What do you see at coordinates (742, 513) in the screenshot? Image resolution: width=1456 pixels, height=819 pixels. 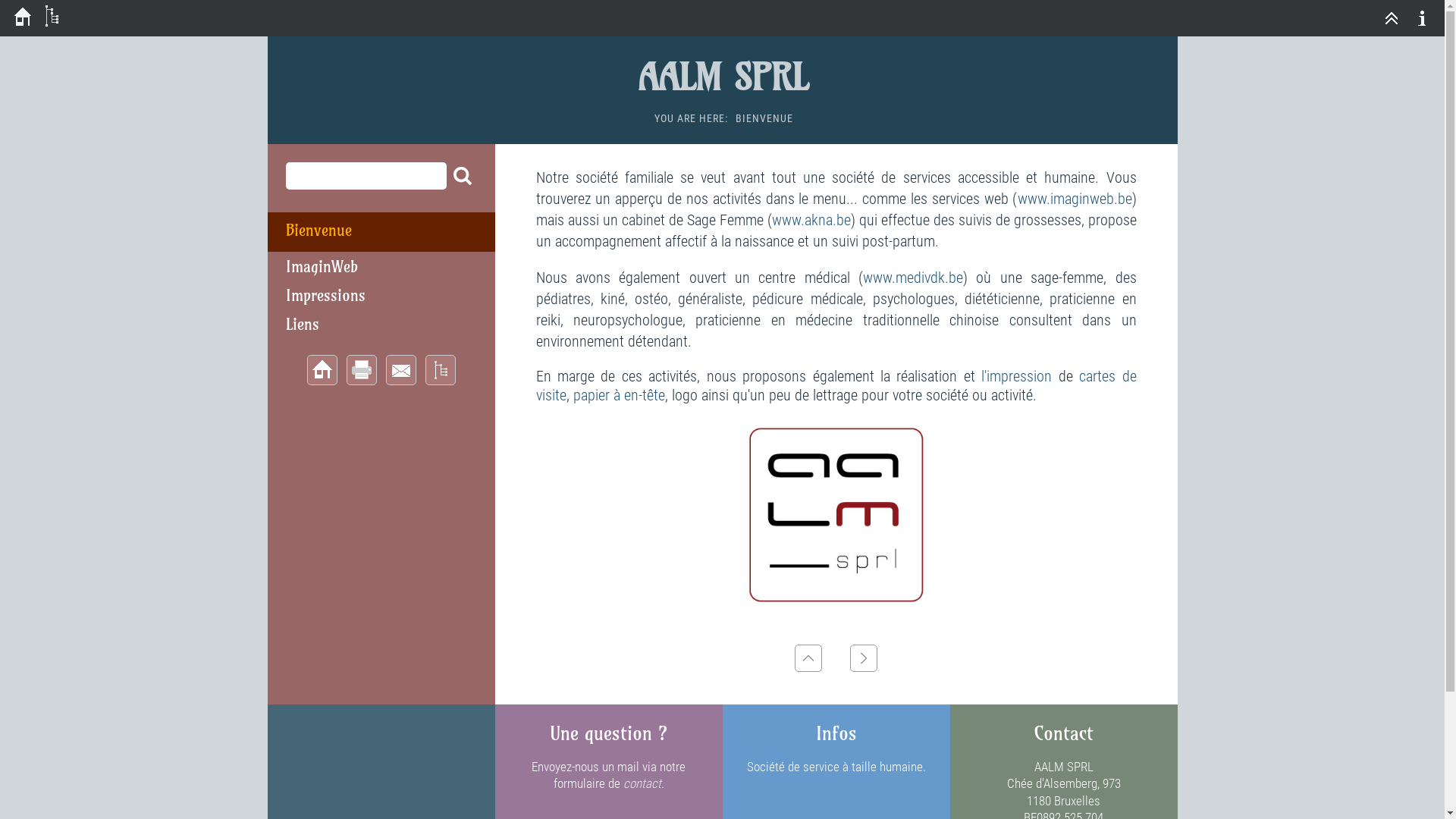 I see `'Logo10x10.jpg'` at bounding box center [742, 513].